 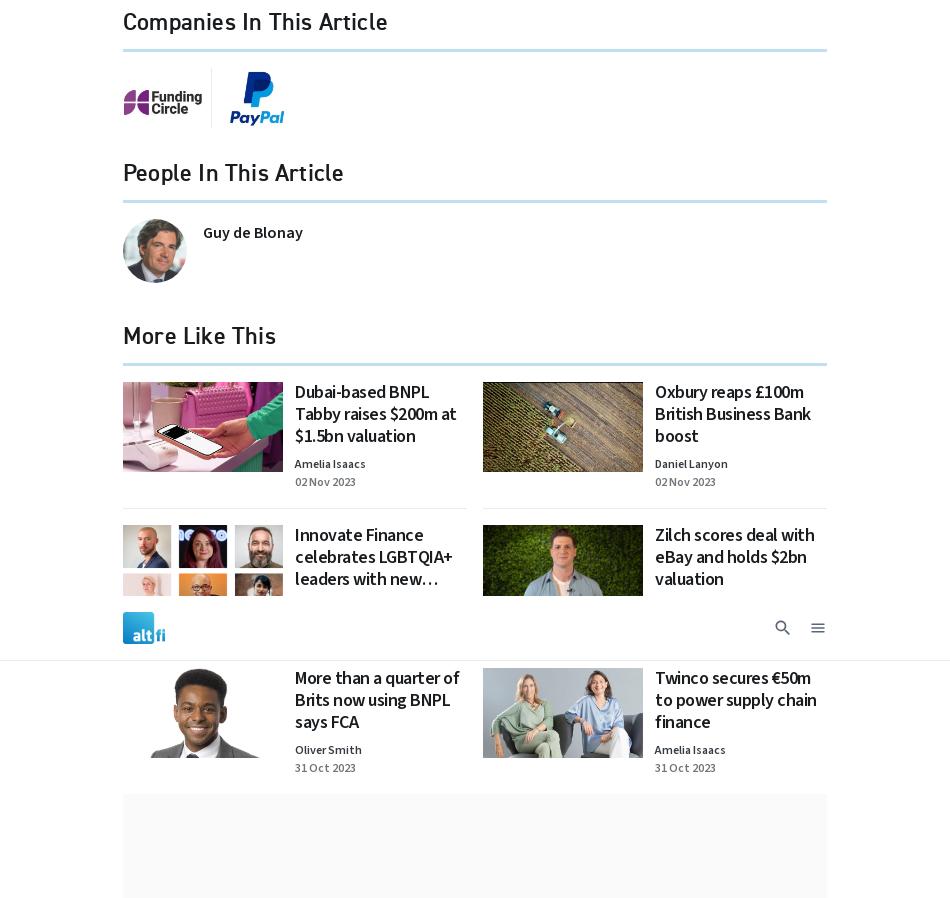 I want to click on 'All Rights Reserved 2013-2023.', so click(x=615, y=243).